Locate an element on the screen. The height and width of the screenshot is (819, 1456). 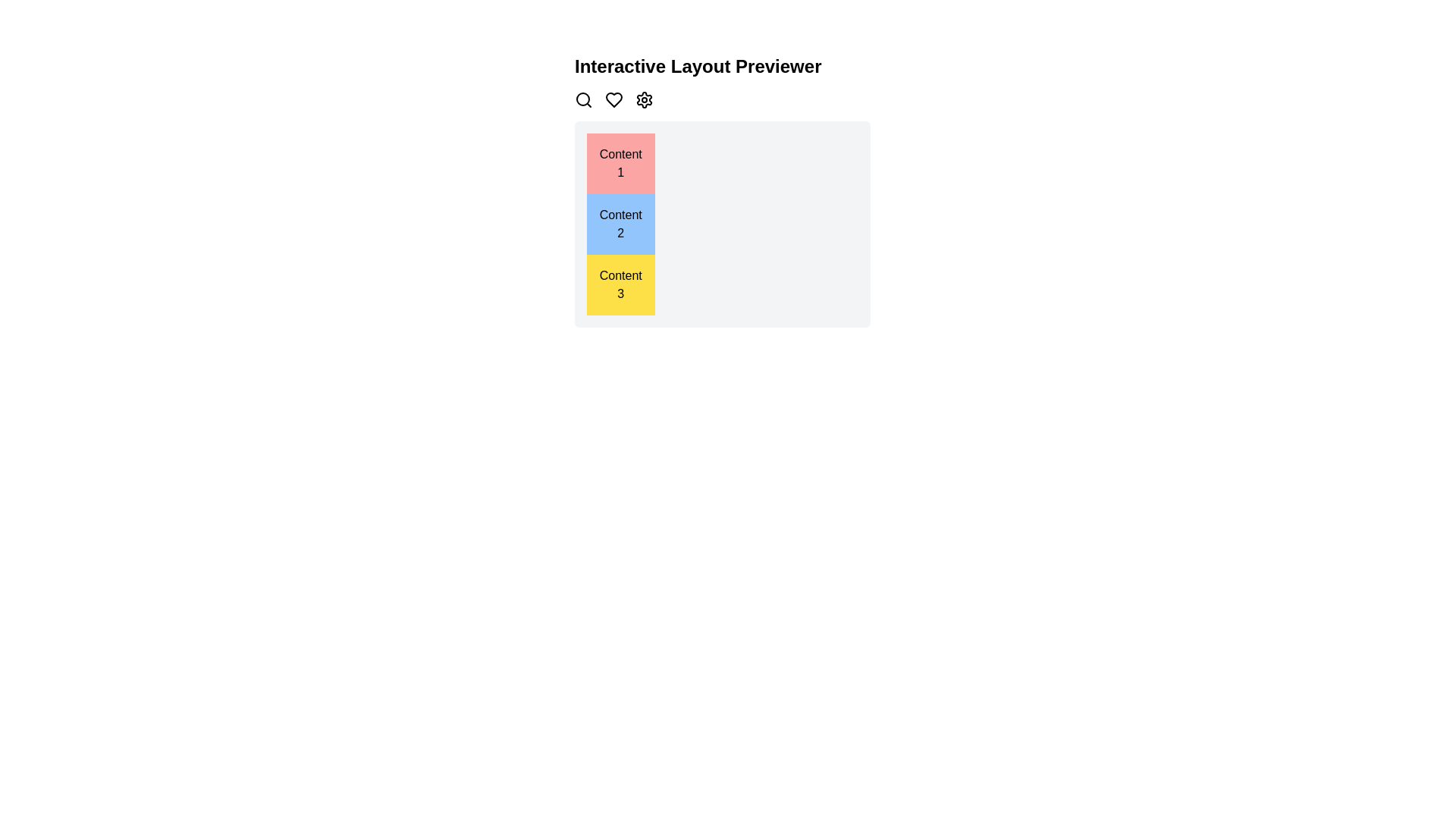
the search icon button, which is the first icon in a row of icons located at the top-left of the interface is located at coordinates (582, 99).